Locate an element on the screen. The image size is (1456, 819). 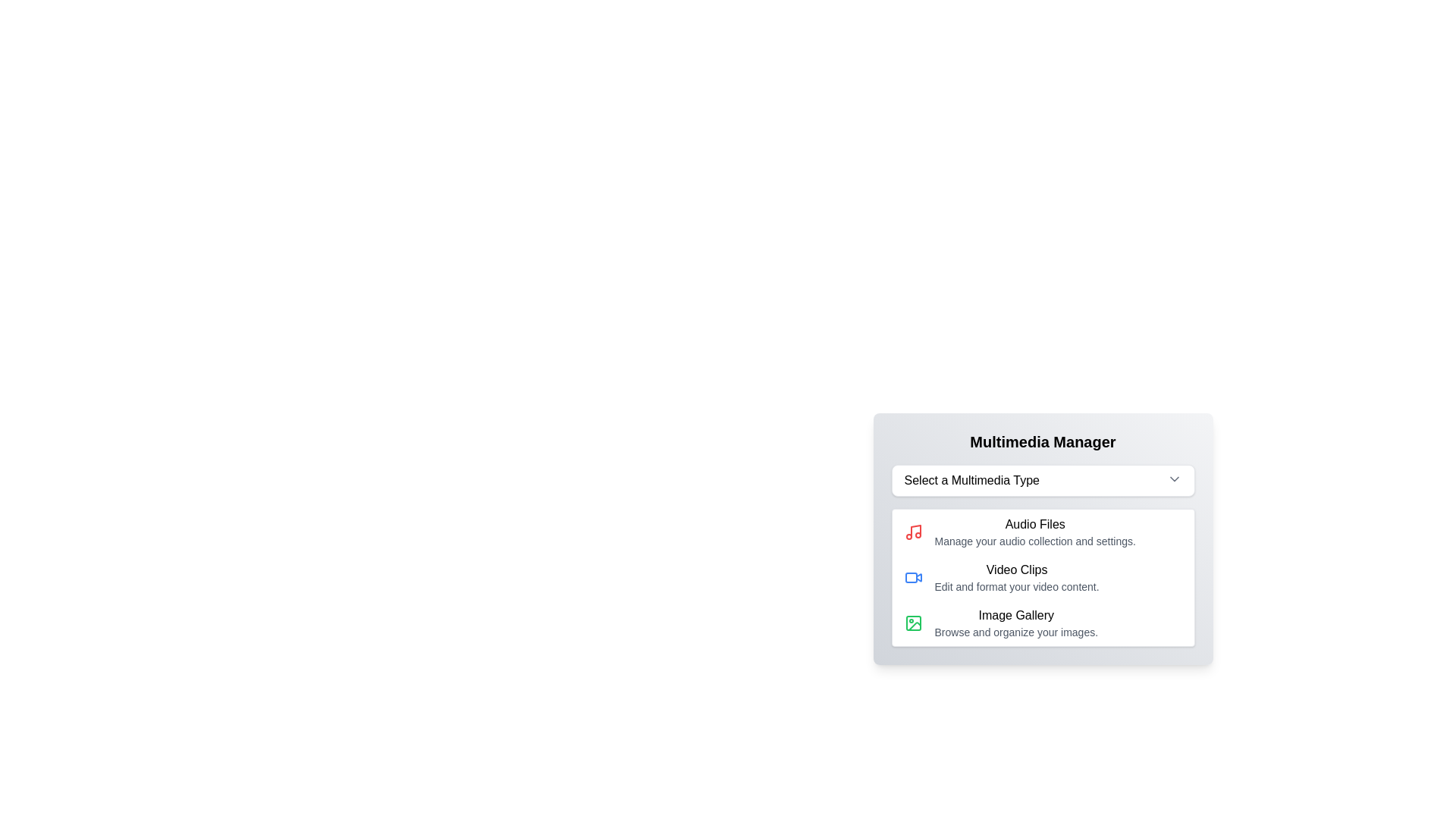
the 'Image Gallery' selectable list item in the Multimedia Manager is located at coordinates (1016, 623).